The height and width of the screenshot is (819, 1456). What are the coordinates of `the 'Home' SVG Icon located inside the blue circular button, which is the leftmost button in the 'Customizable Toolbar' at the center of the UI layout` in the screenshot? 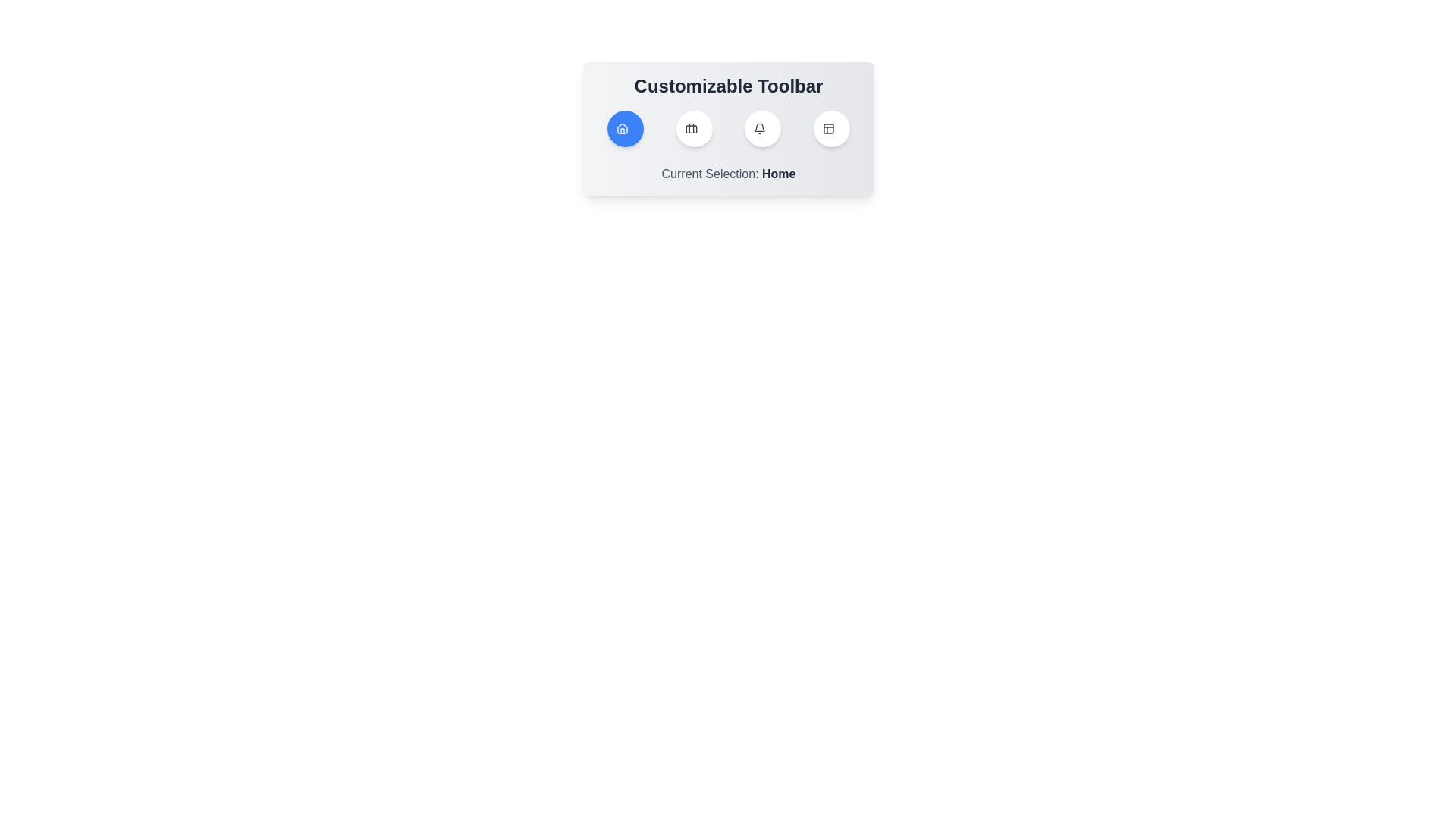 It's located at (622, 127).